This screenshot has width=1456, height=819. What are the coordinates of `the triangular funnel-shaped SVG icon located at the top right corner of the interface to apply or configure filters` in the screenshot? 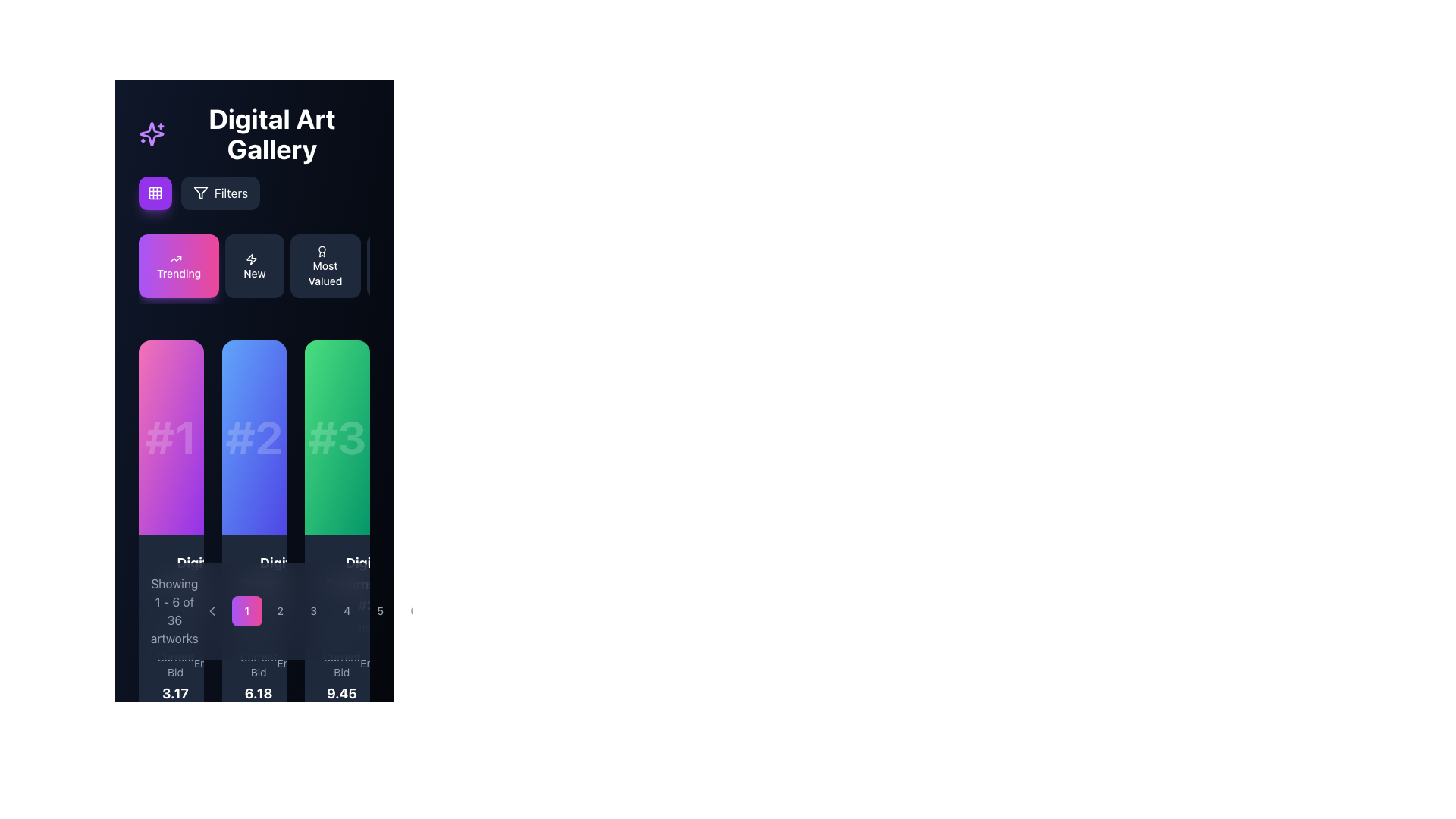 It's located at (199, 192).